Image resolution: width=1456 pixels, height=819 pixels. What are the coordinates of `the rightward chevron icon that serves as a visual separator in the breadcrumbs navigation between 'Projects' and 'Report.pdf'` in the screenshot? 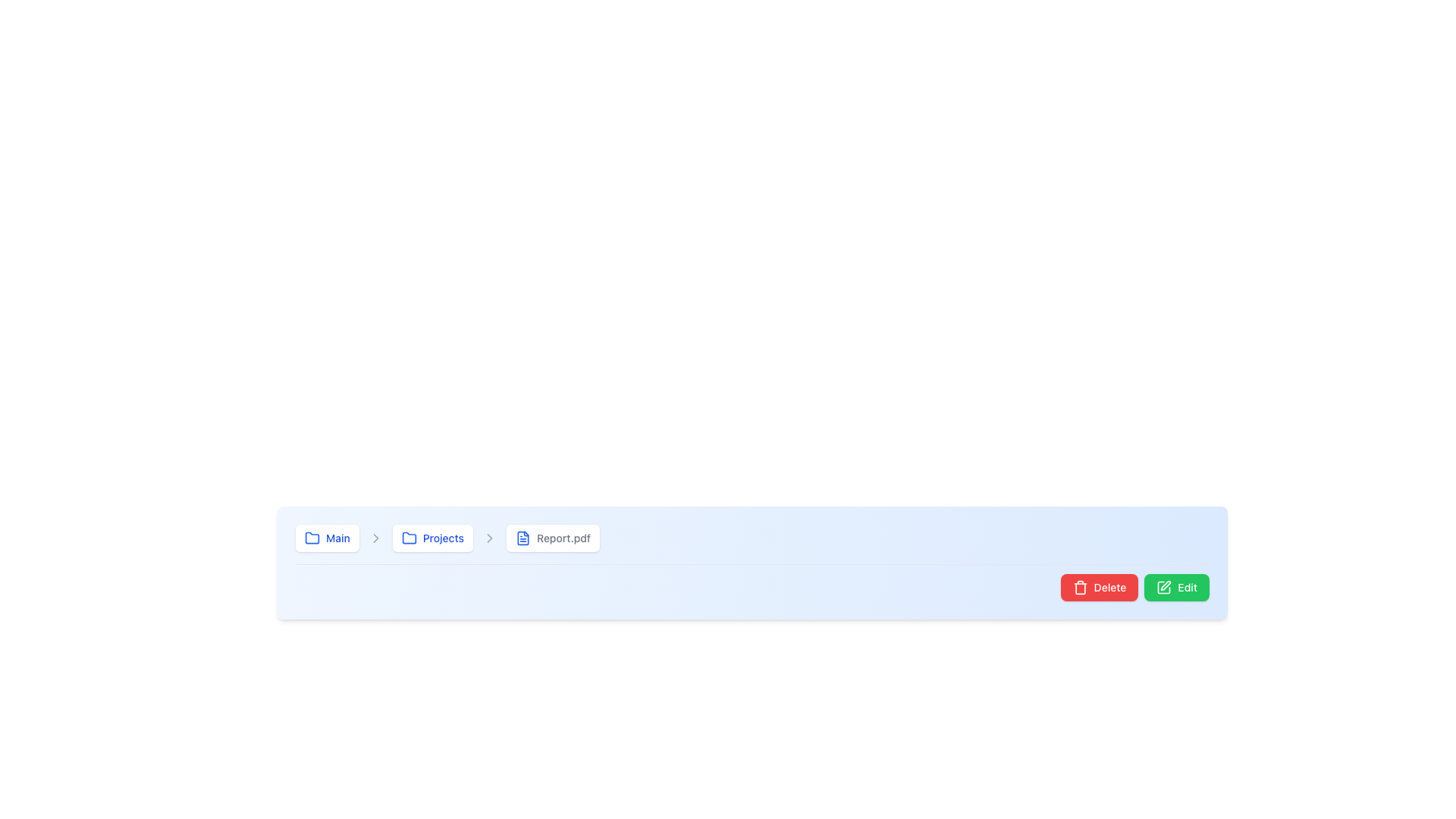 It's located at (489, 537).